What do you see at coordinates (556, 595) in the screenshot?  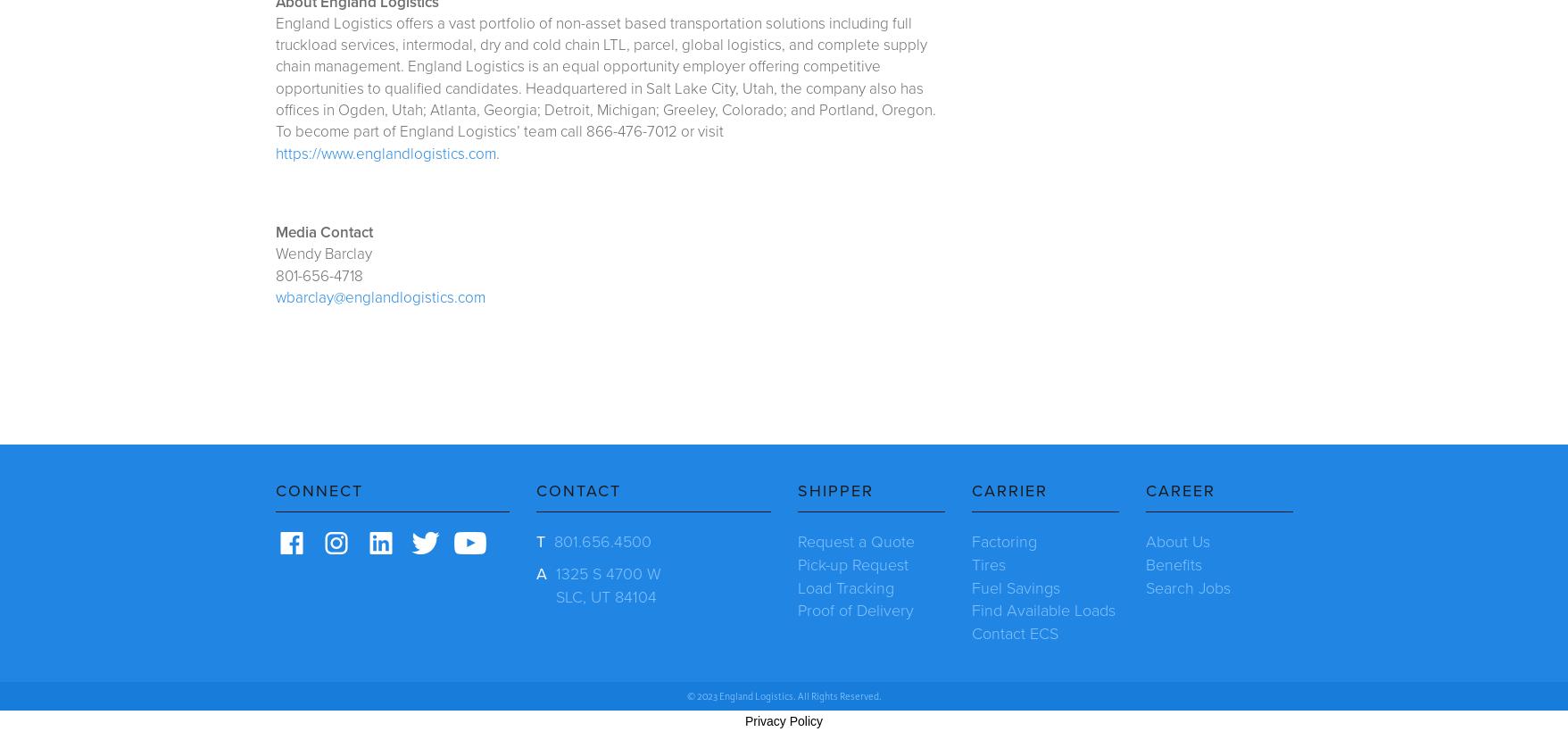 I see `'SLC, UT 84104'` at bounding box center [556, 595].